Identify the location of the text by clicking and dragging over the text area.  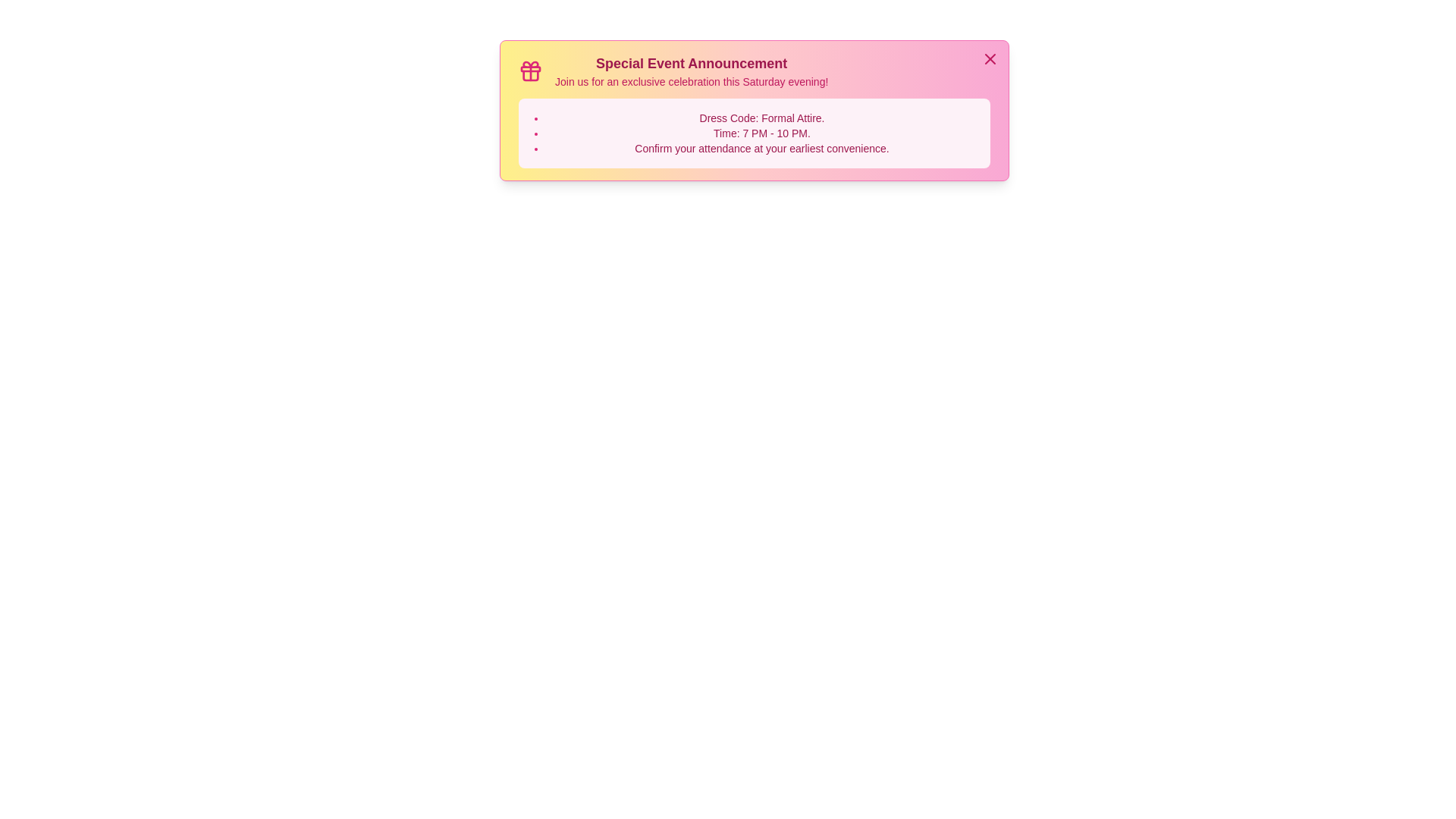
(519, 52).